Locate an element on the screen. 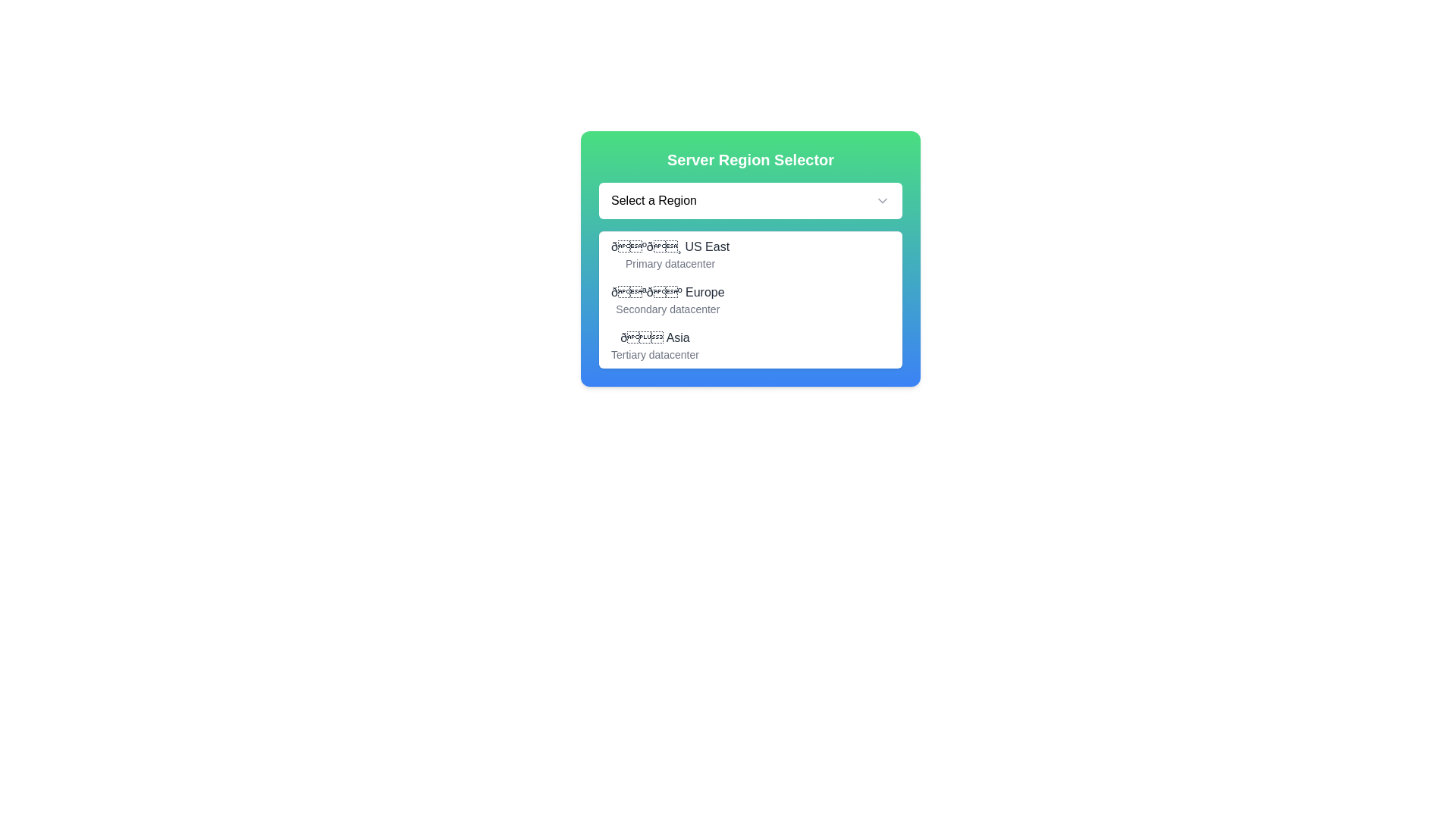  the 'Asia Tertiary datacenter' option is located at coordinates (750, 345).